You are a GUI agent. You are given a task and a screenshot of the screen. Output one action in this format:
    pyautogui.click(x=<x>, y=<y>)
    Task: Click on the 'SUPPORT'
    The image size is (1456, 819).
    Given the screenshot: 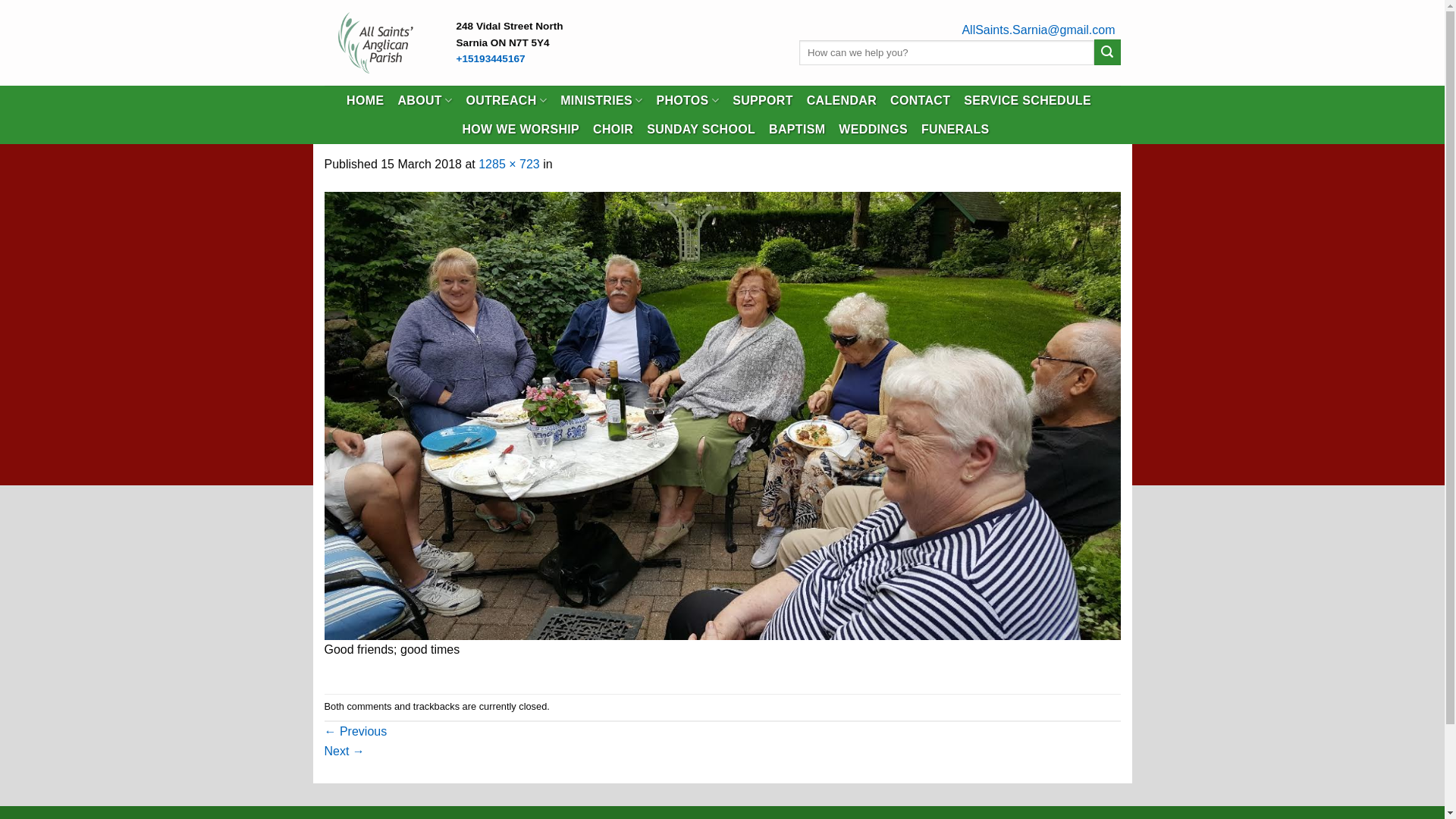 What is the action you would take?
    pyautogui.click(x=763, y=100)
    